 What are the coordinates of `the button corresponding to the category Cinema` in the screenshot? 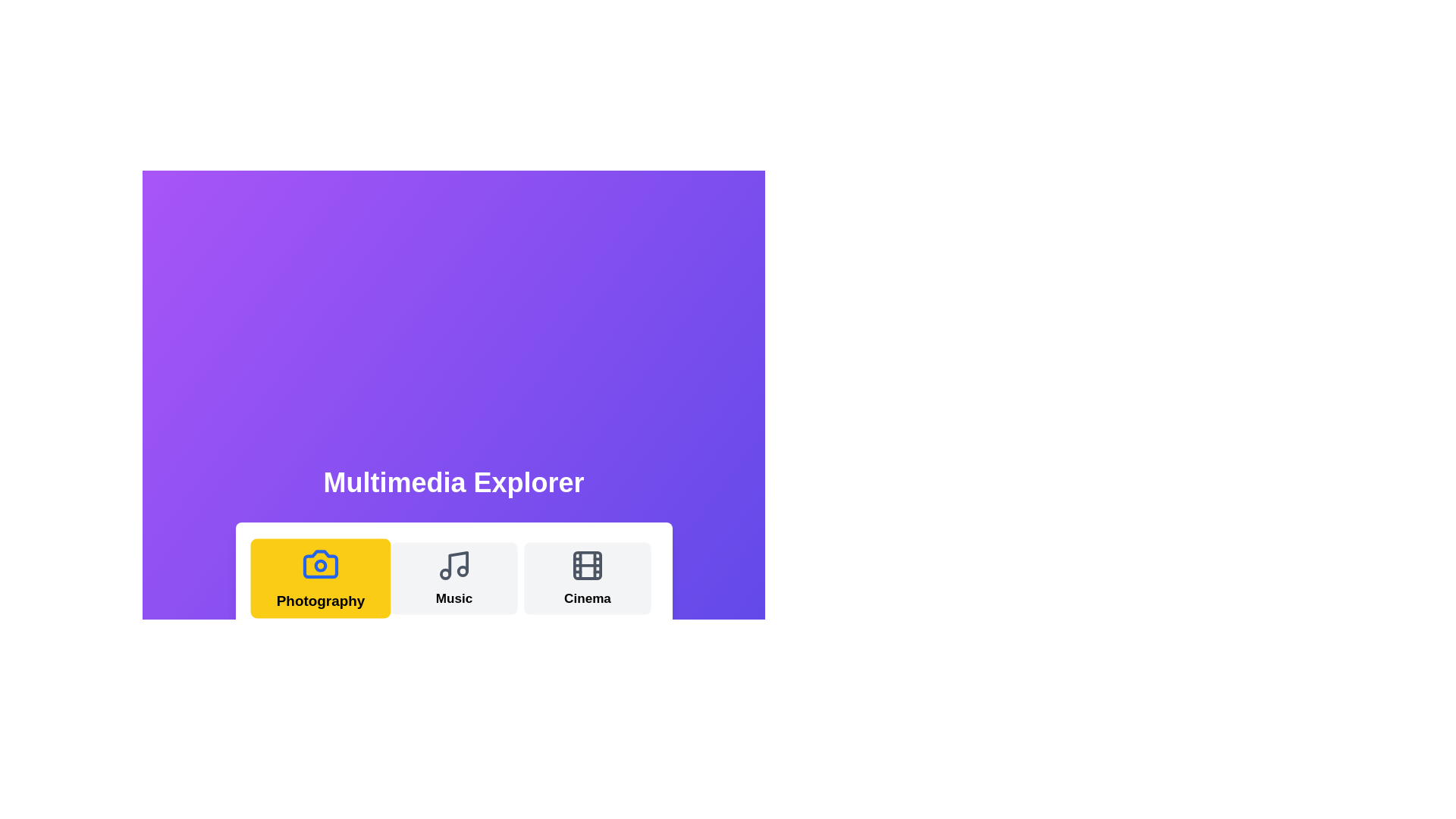 It's located at (586, 579).